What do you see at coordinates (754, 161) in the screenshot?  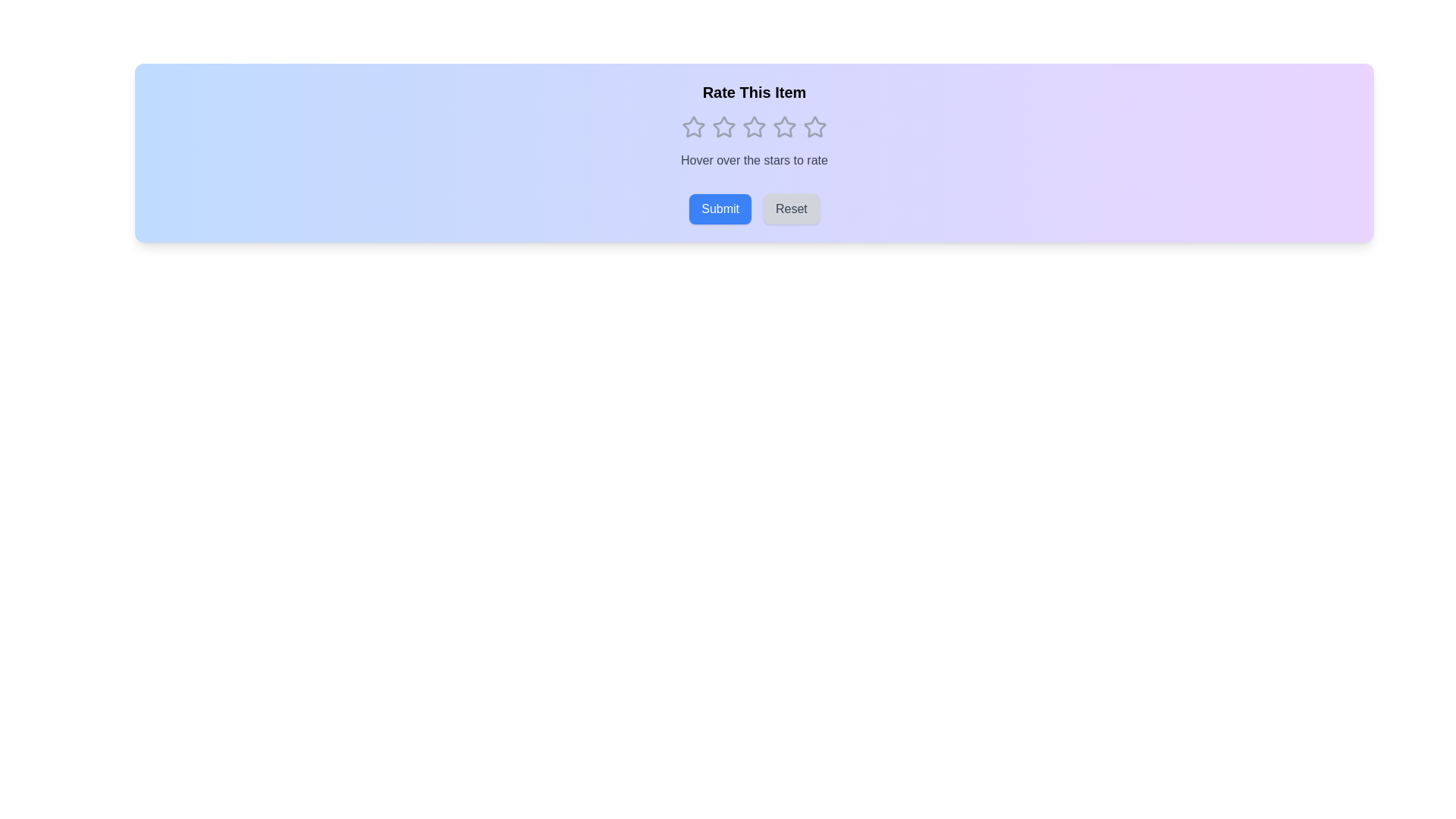 I see `instructional text label located centrally beneath the star rating component in the 'Rate This Item' group` at bounding box center [754, 161].